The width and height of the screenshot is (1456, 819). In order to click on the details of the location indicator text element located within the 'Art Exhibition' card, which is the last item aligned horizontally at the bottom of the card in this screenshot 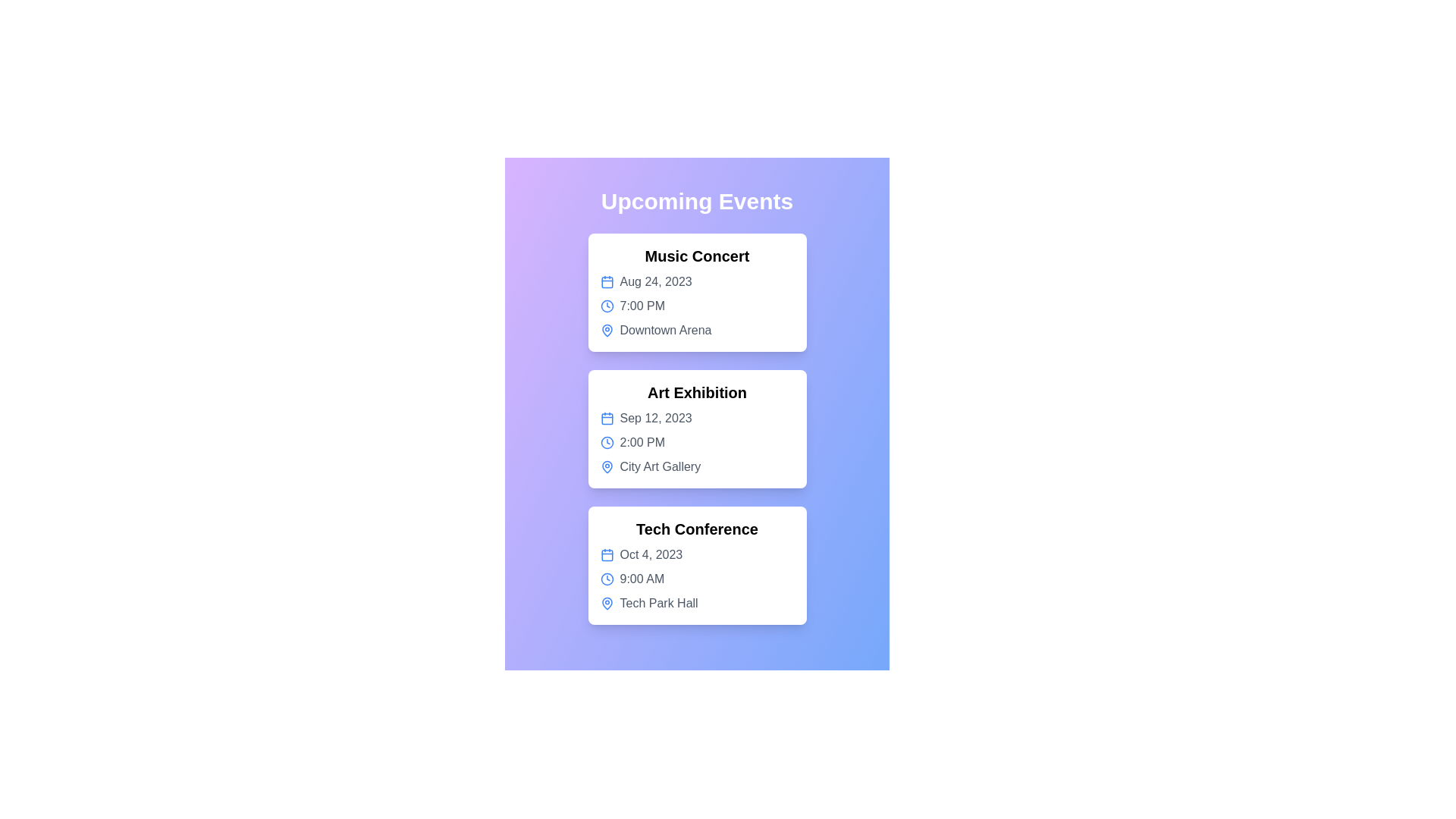, I will do `click(696, 466)`.